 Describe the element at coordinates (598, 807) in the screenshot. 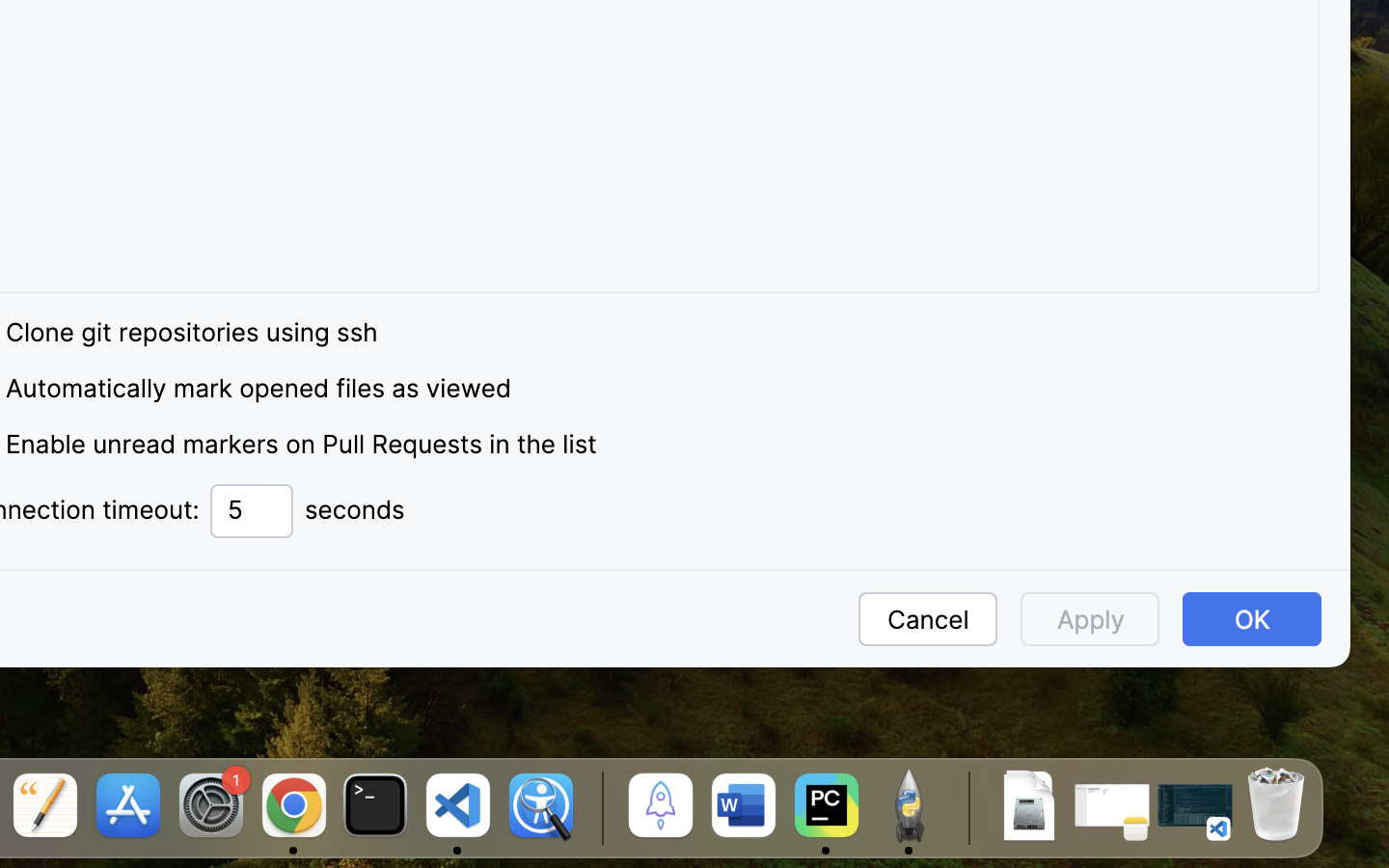

I see `'0.4285714328289032'` at that location.